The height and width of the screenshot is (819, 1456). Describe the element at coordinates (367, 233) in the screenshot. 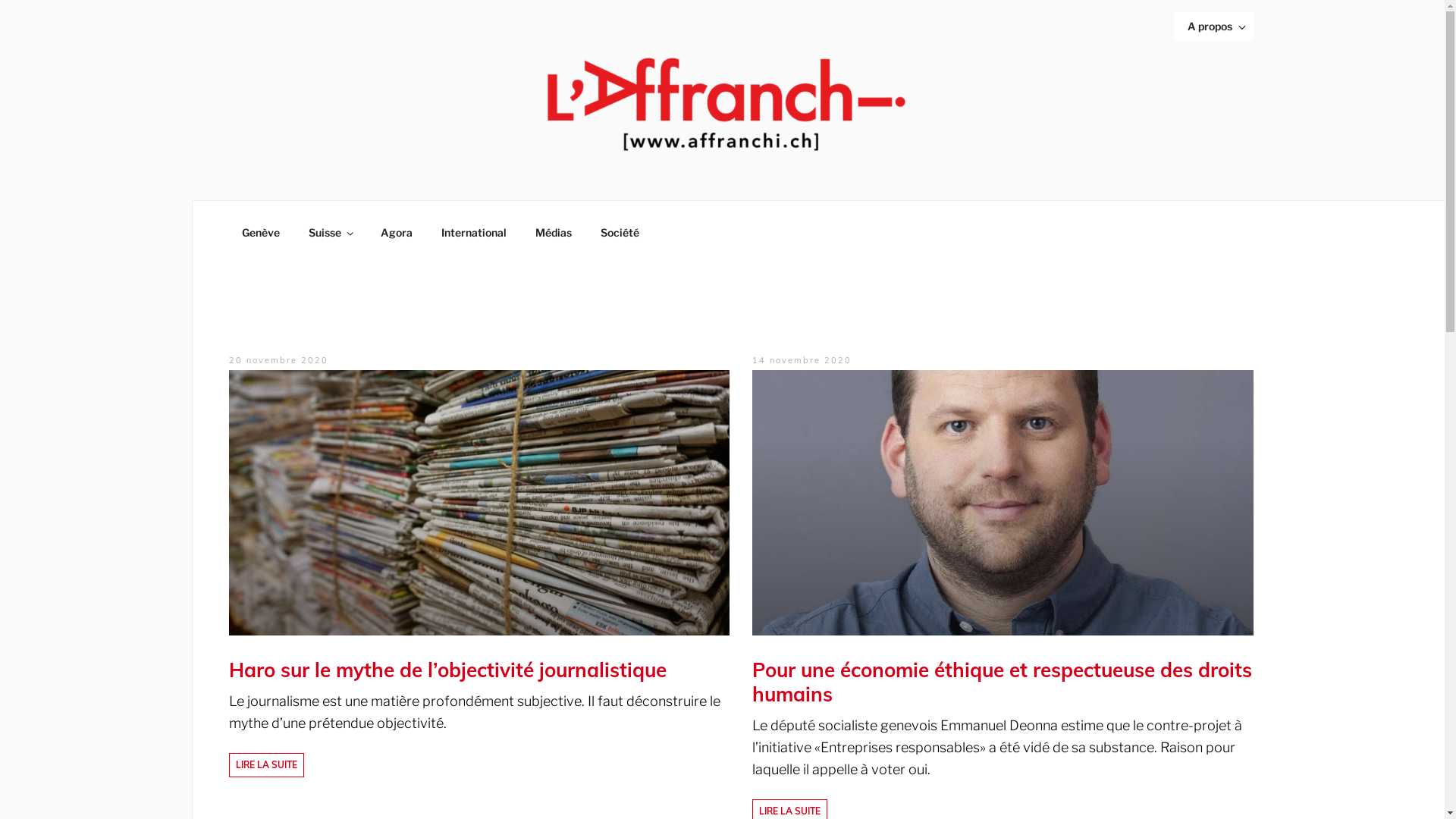

I see `'Agora'` at that location.